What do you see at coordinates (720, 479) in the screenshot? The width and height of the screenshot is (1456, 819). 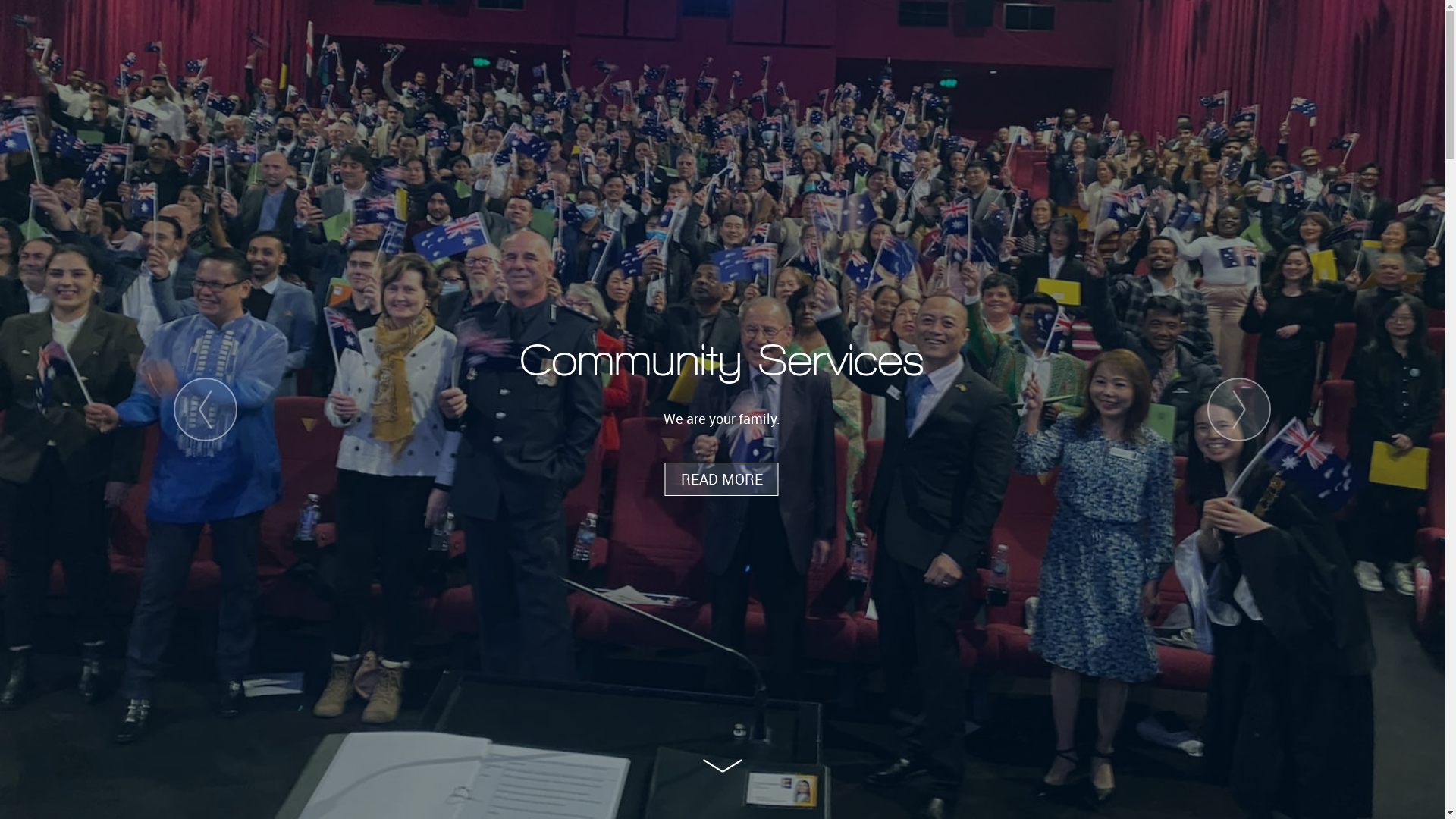 I see `'READ MORE'` at bounding box center [720, 479].